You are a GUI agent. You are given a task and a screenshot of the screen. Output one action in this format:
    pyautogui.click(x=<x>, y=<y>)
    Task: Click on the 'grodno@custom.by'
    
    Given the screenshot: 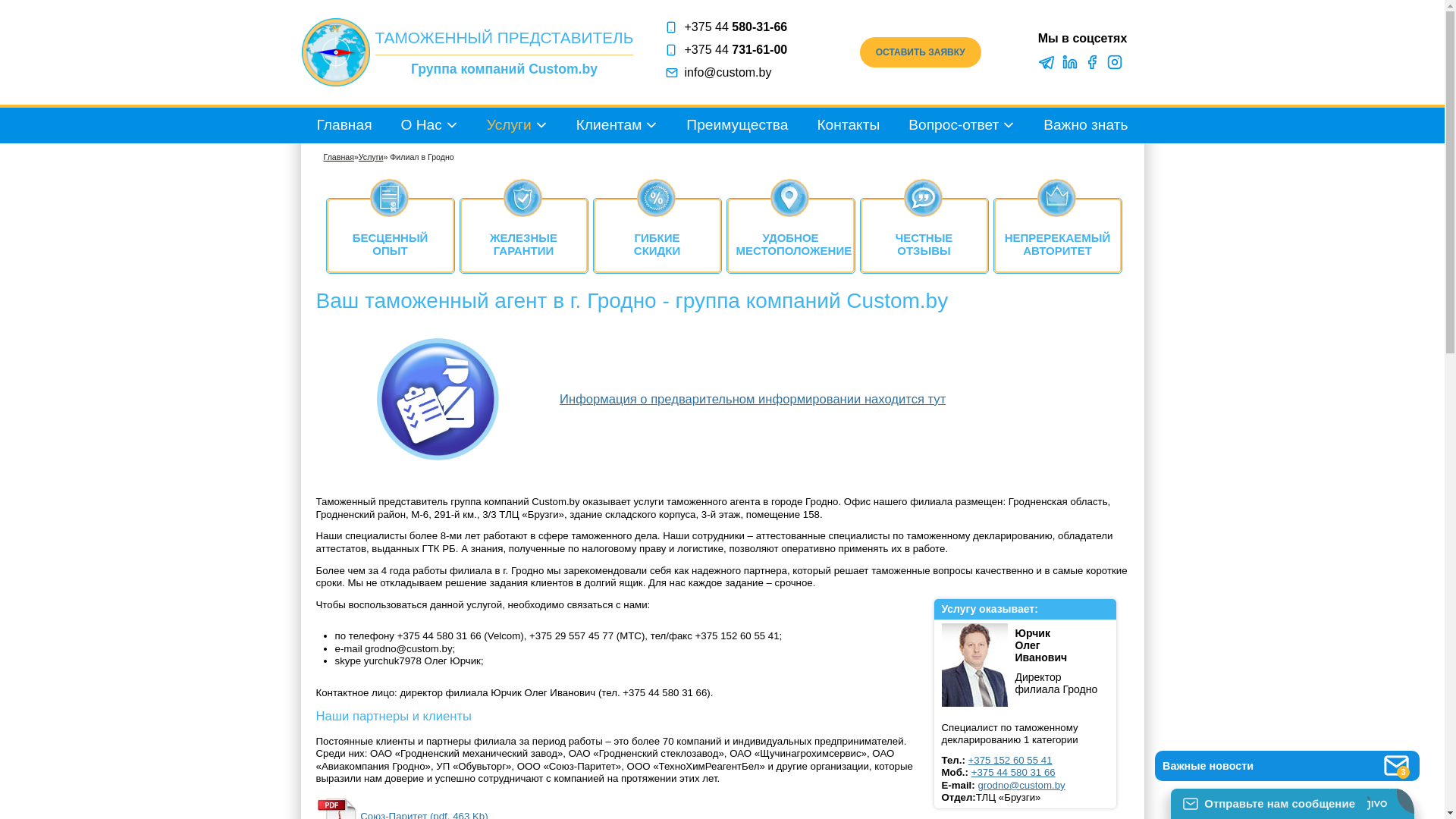 What is the action you would take?
    pyautogui.click(x=977, y=785)
    